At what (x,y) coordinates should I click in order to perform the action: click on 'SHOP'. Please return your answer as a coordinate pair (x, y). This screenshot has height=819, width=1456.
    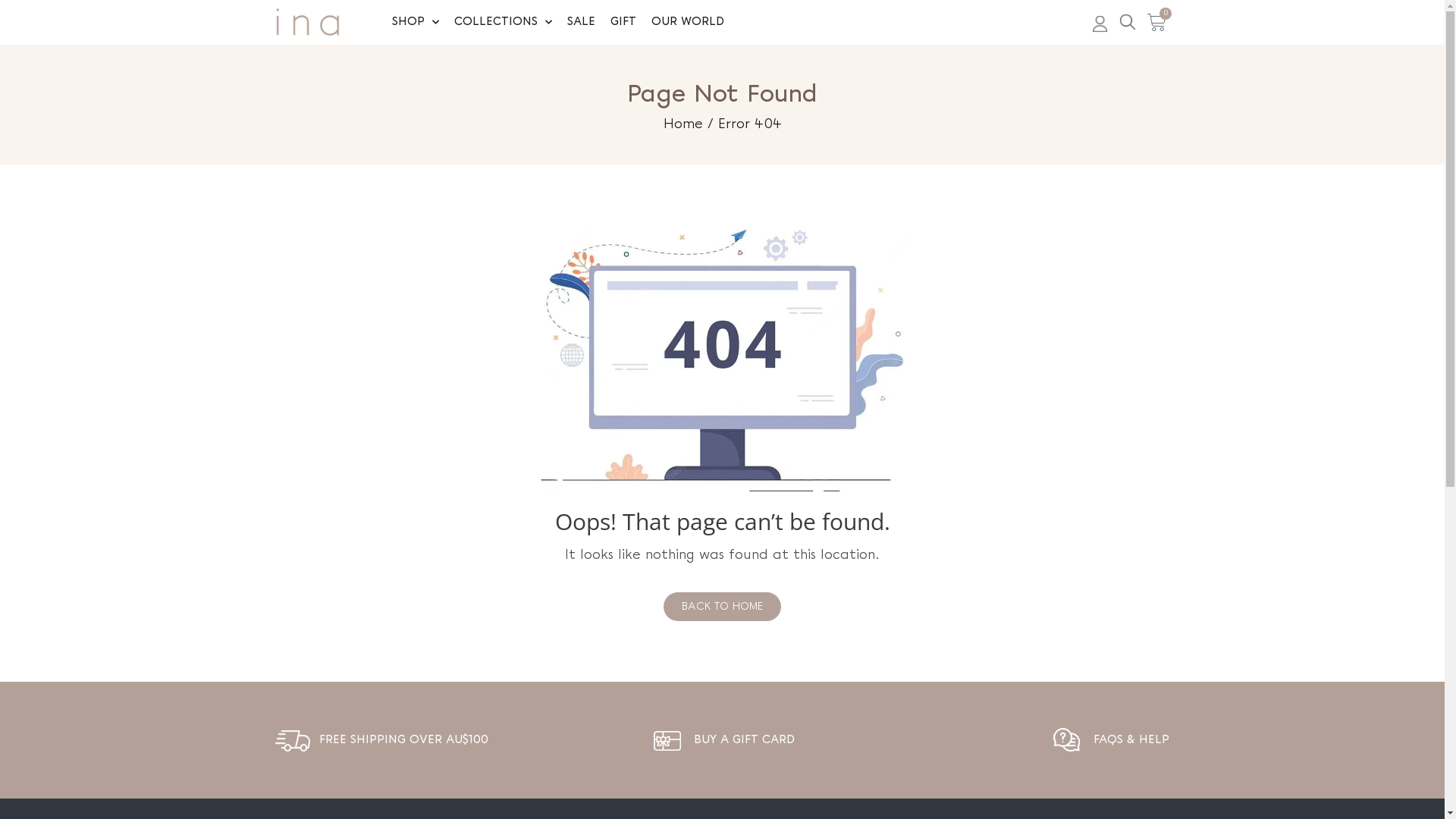
    Looking at the image, I should click on (415, 22).